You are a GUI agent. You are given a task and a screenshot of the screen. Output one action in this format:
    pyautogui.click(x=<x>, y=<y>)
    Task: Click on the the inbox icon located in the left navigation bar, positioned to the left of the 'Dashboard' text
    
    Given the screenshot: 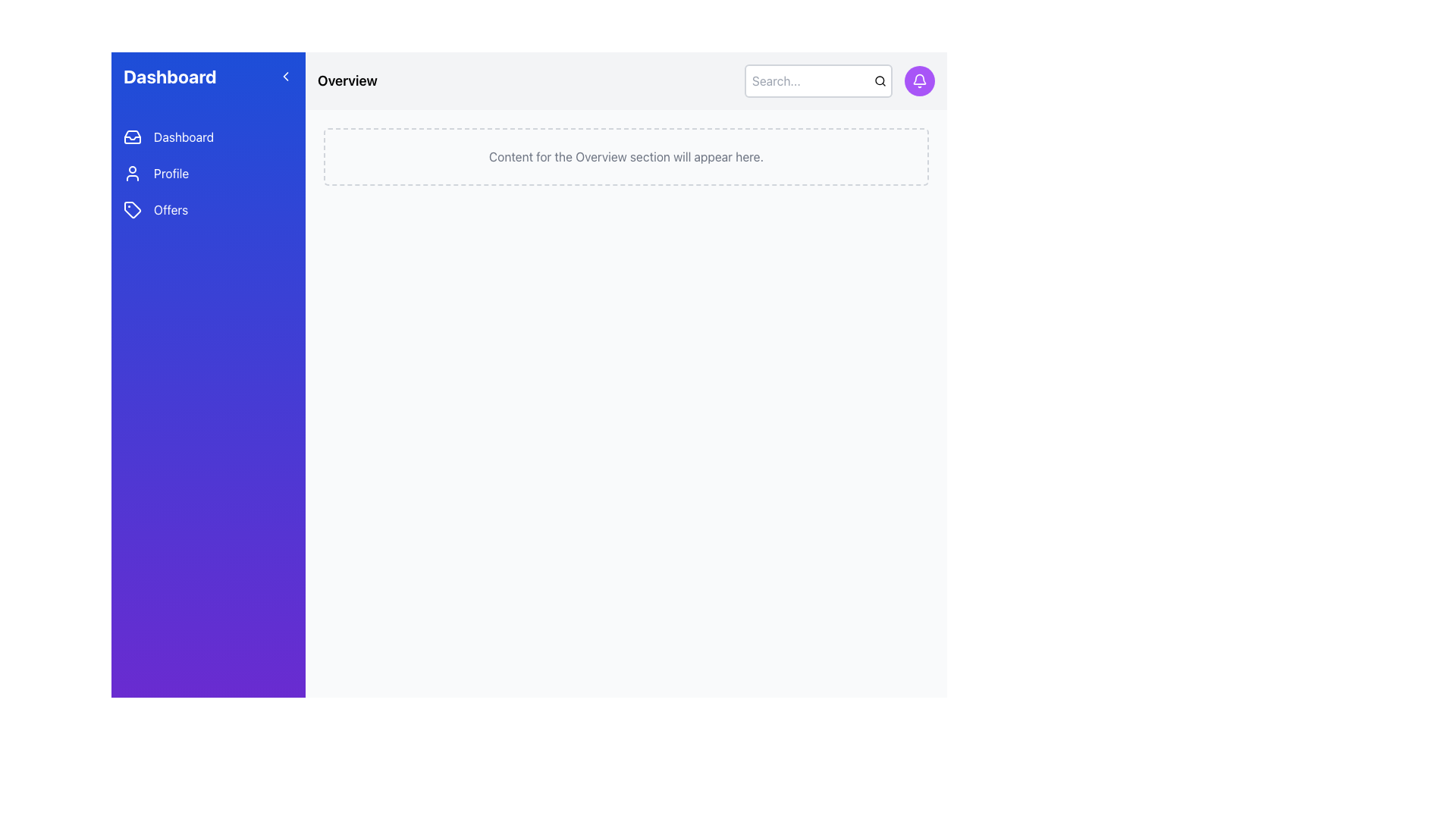 What is the action you would take?
    pyautogui.click(x=132, y=137)
    